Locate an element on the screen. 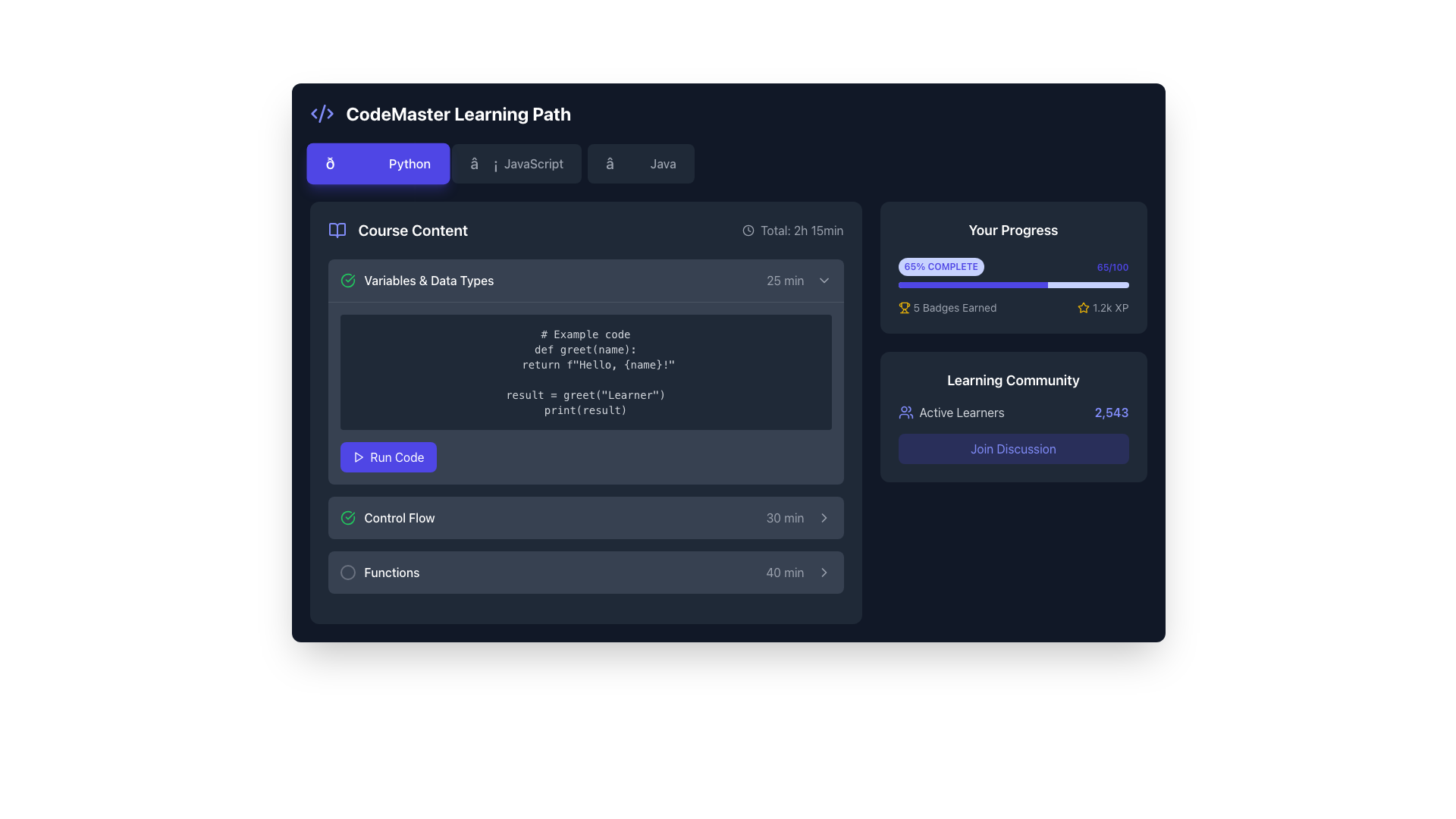 The height and width of the screenshot is (819, 1456). the outer boundary of the clock icon, which is an SVG graphic component indicating timing-related information is located at coordinates (748, 231).